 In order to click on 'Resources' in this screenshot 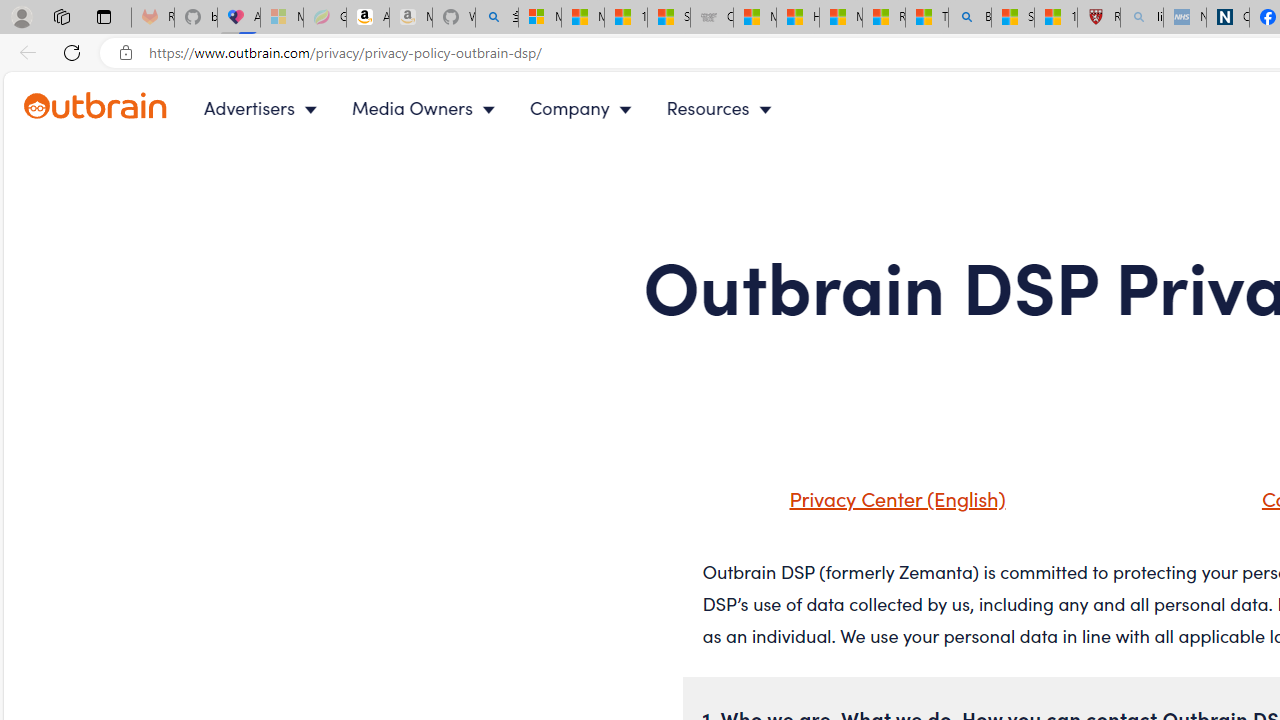, I will do `click(722, 108)`.